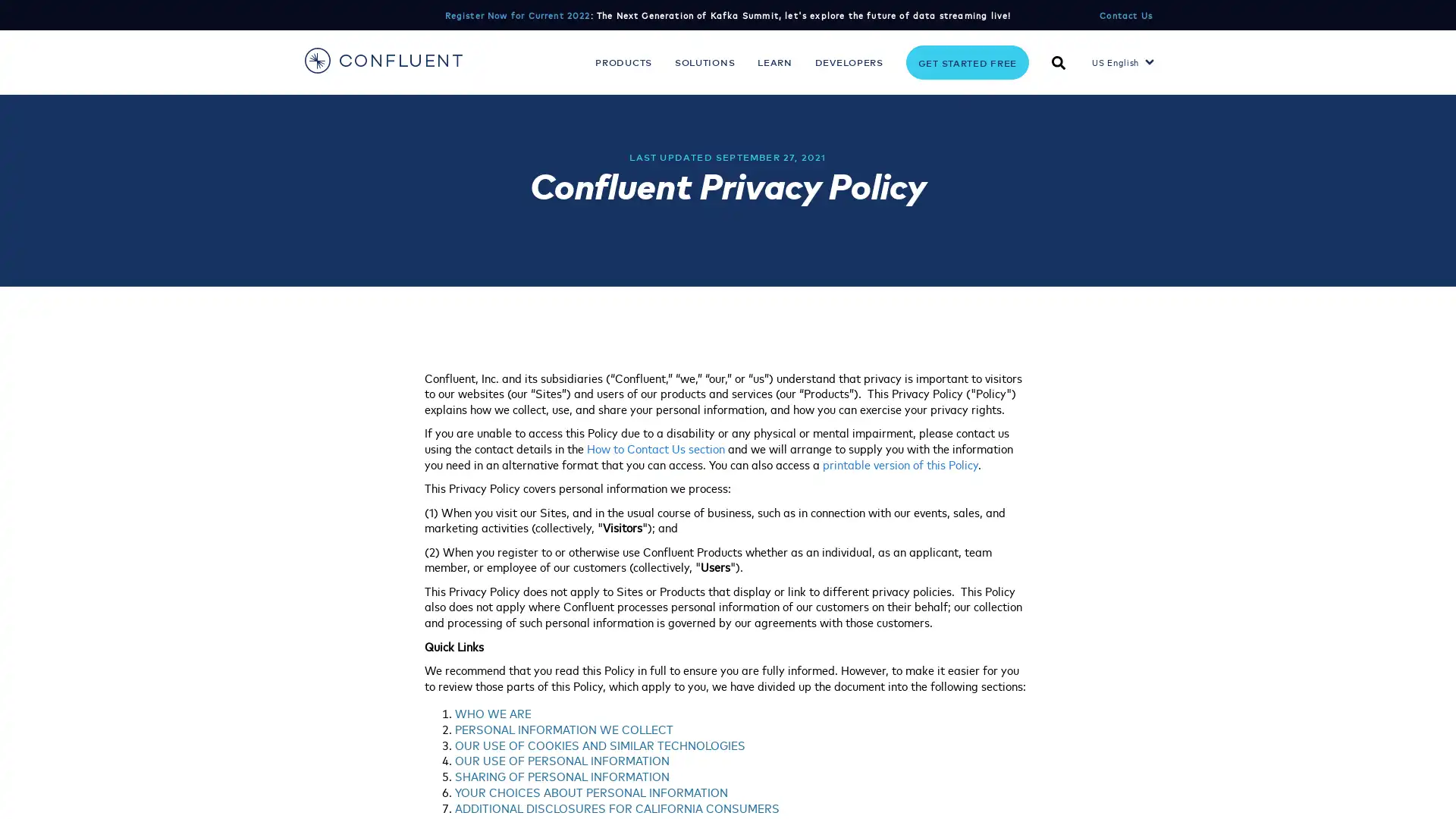 The image size is (1456, 819). What do you see at coordinates (1200, 786) in the screenshot?
I see `Accept Cookies` at bounding box center [1200, 786].